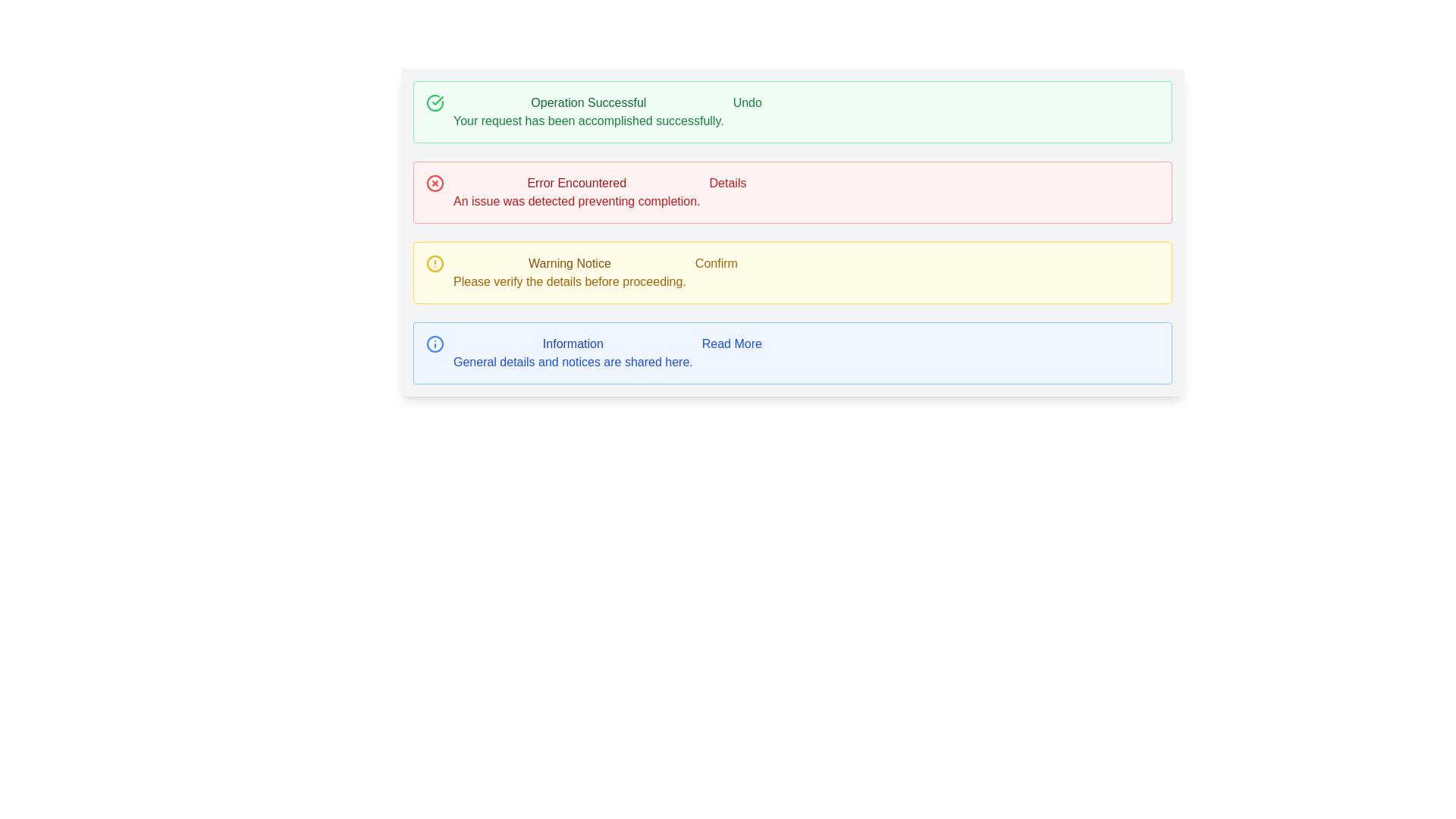  Describe the element at coordinates (437, 100) in the screenshot. I see `the green checkmark icon within the notification box, which indicates an 'Operation Successful' message` at that location.